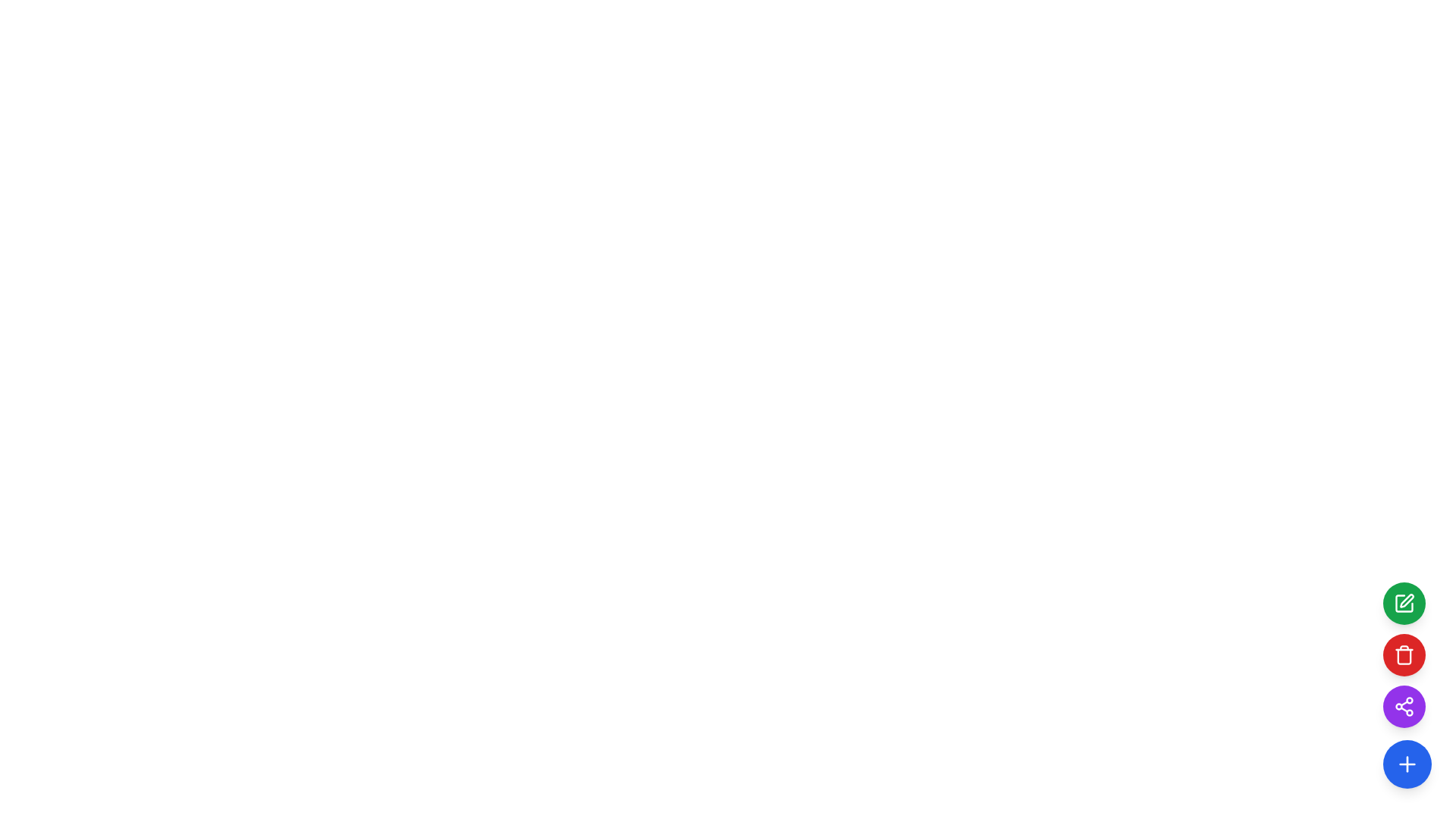 The image size is (1456, 819). I want to click on the green button at the top of the vertical button group located near the bottom-right corner of the interface, so click(1404, 654).